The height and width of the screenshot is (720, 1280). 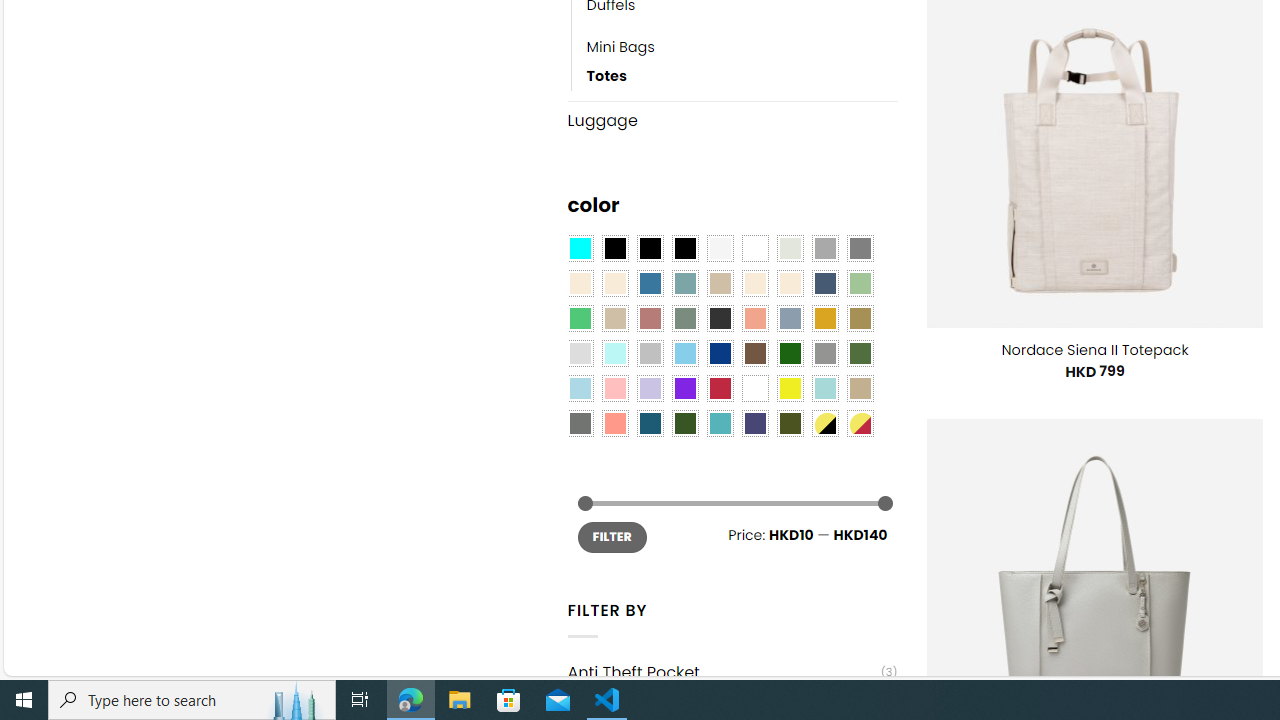 I want to click on 'Pink', so click(x=614, y=388).